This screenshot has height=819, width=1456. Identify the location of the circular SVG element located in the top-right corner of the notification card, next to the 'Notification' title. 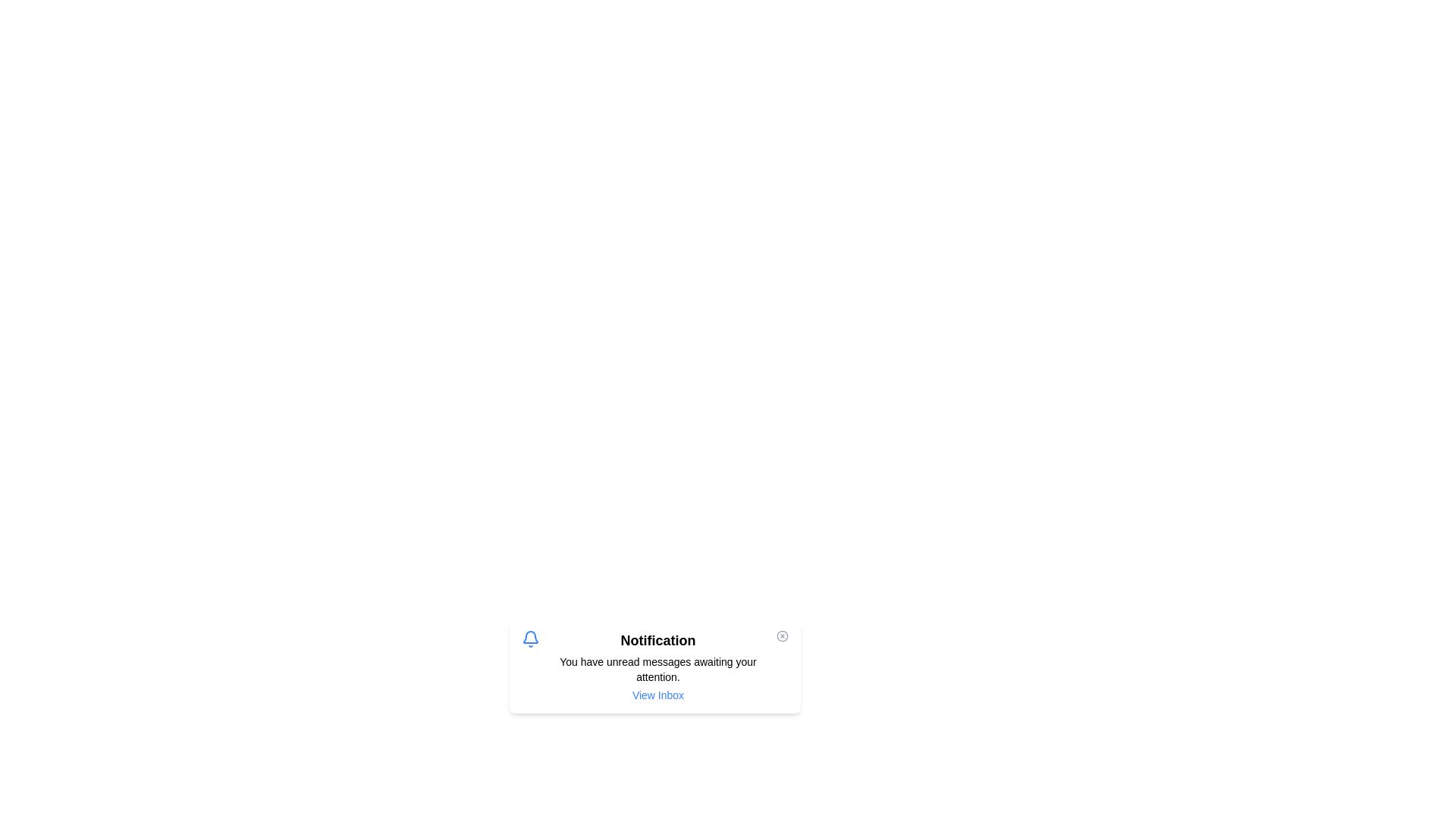
(783, 636).